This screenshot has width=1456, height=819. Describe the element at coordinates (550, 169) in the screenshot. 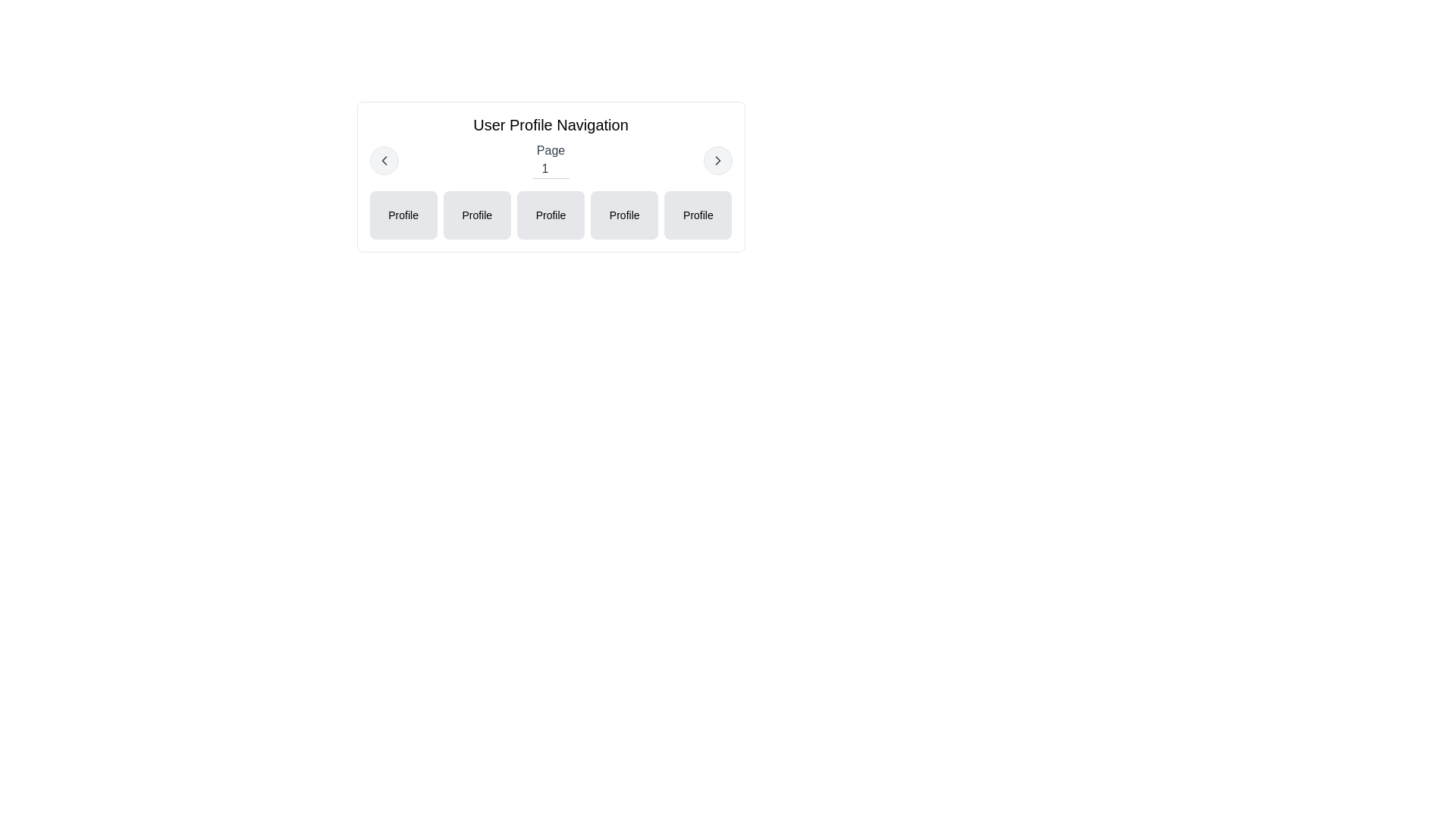

I see `the page number` at that location.